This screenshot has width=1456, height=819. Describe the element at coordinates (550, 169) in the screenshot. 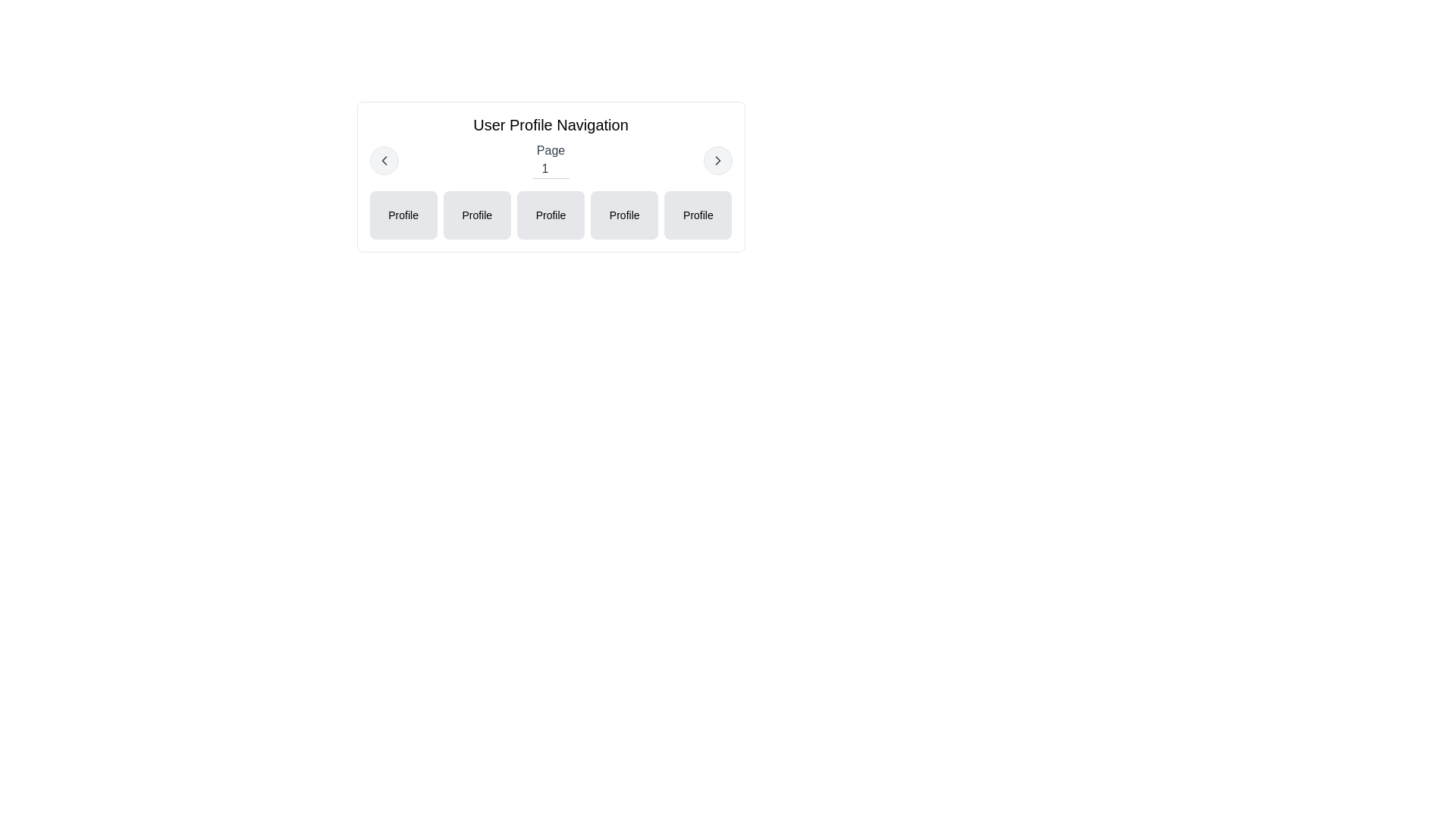

I see `the page number` at that location.